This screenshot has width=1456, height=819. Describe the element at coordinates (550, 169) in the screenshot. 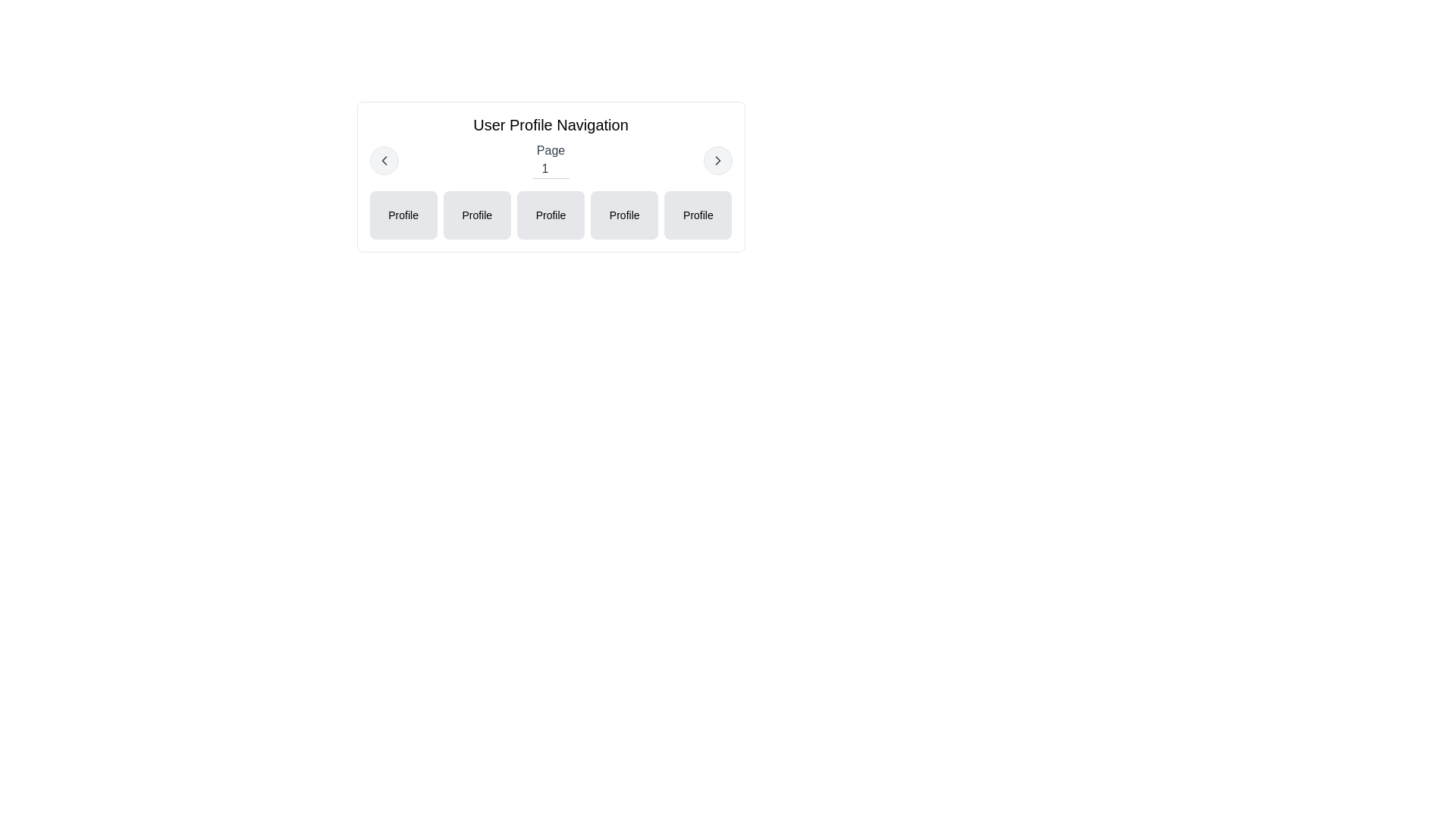

I see `the page number` at that location.